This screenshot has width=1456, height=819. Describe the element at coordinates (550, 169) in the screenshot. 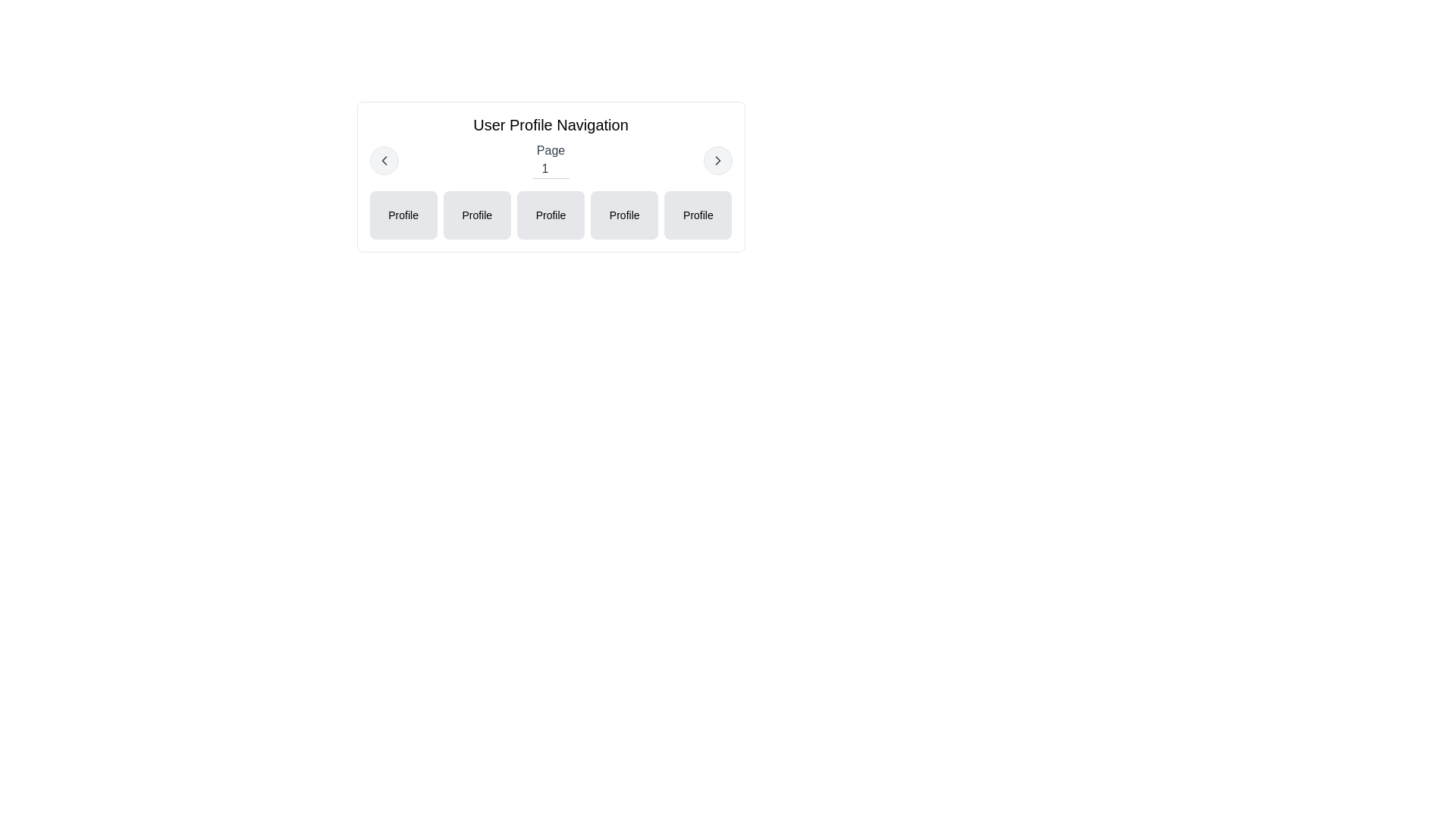

I see `the page number` at that location.